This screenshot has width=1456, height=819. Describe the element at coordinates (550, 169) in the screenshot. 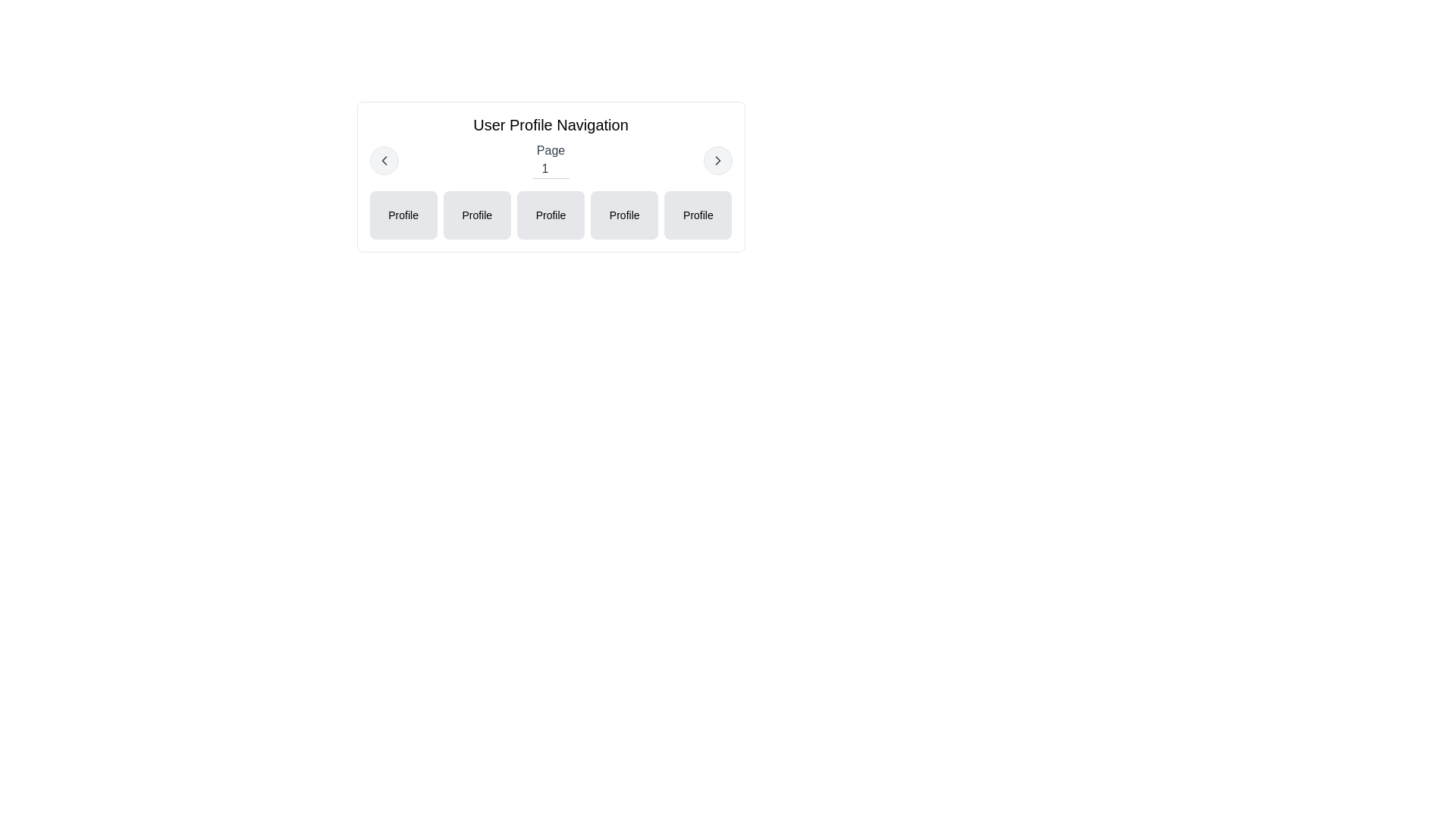

I see `the page number` at that location.